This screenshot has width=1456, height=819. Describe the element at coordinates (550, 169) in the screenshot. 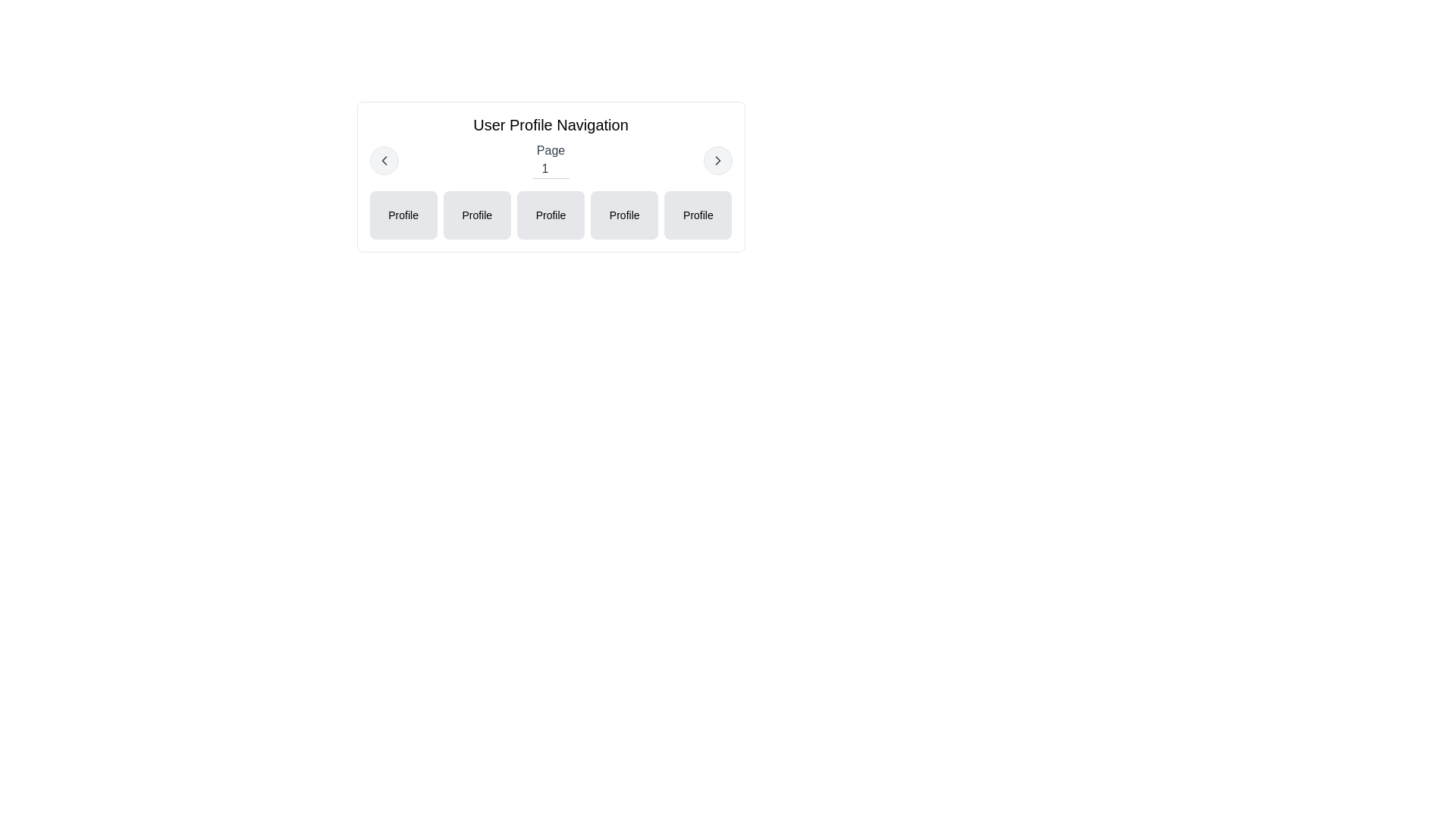

I see `the page number` at that location.